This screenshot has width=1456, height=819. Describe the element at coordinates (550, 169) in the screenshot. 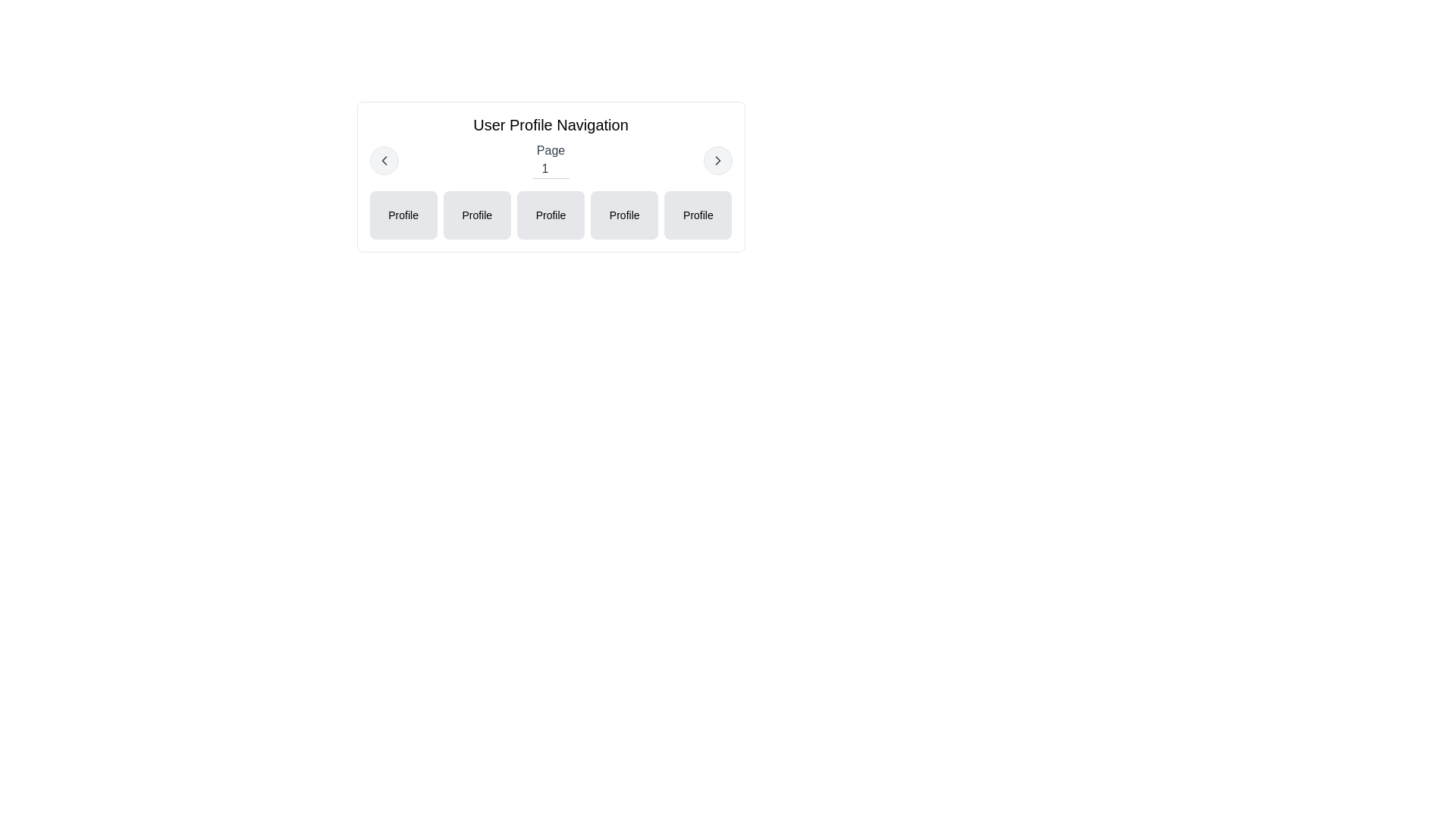

I see `the page number` at that location.